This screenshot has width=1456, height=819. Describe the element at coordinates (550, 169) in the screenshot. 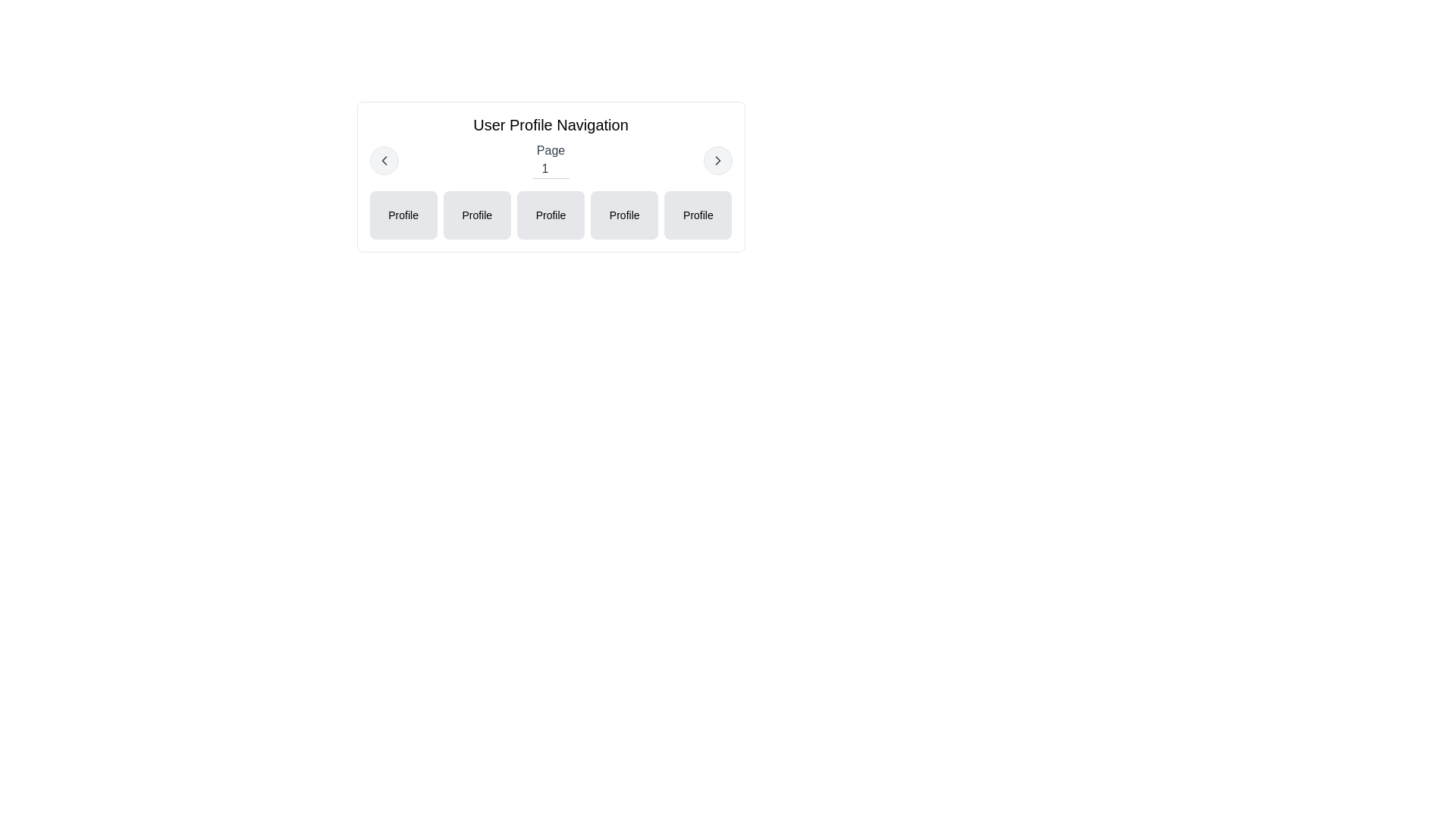

I see `the page number` at that location.